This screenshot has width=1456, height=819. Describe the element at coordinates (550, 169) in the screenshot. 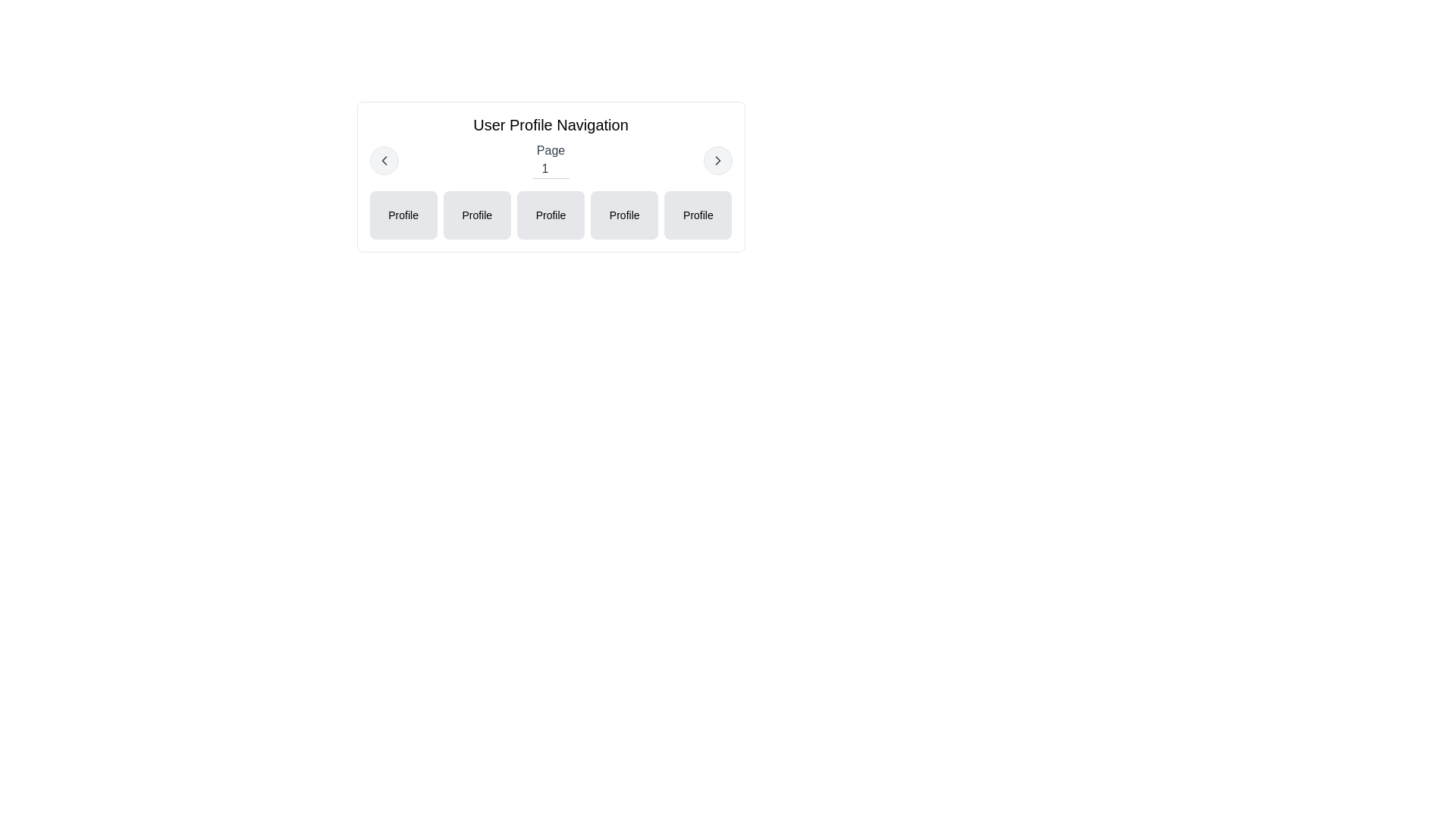

I see `the page number` at that location.